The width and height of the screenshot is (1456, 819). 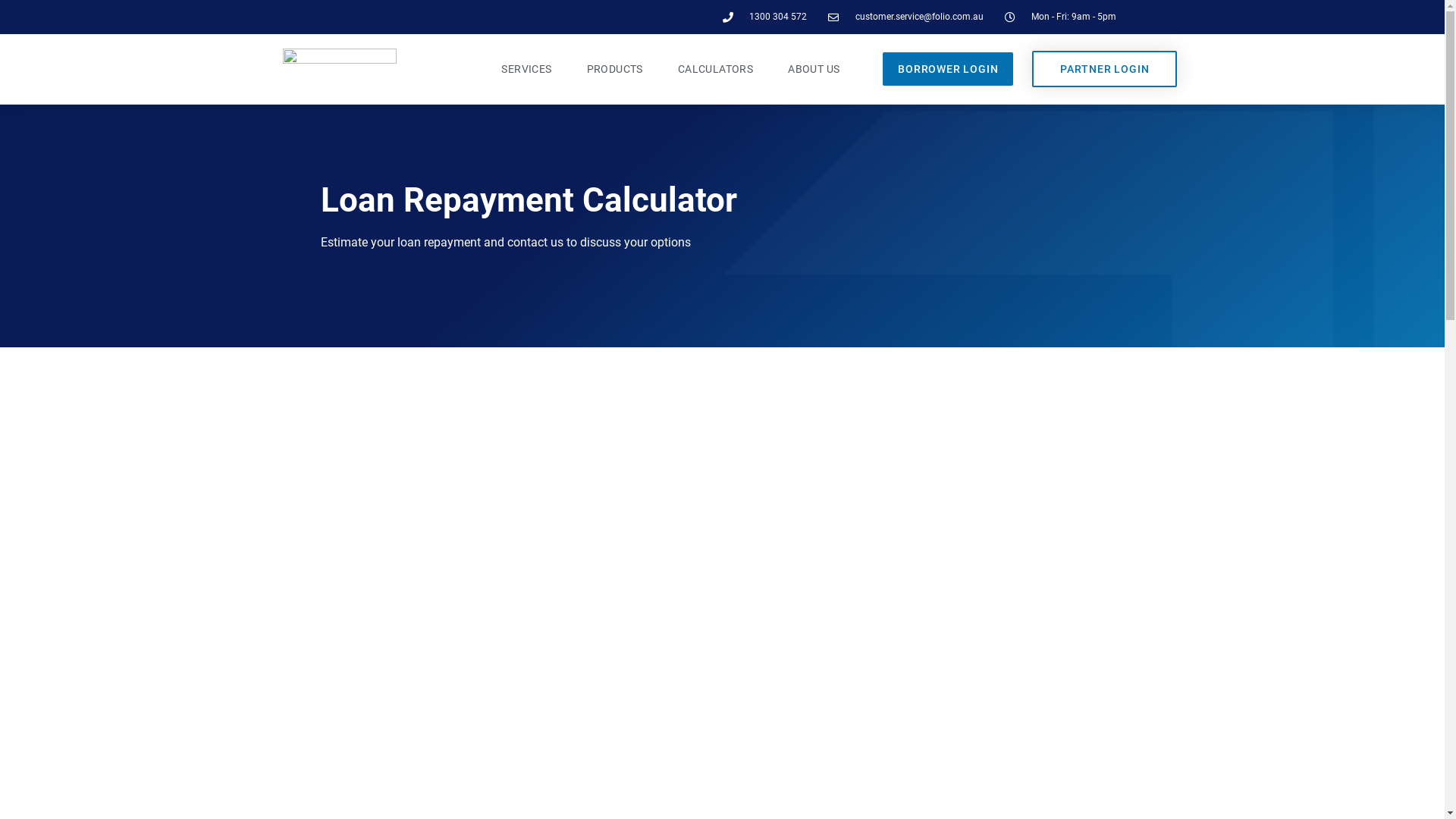 What do you see at coordinates (905, 17) in the screenshot?
I see `'customer.service@folio.com.au'` at bounding box center [905, 17].